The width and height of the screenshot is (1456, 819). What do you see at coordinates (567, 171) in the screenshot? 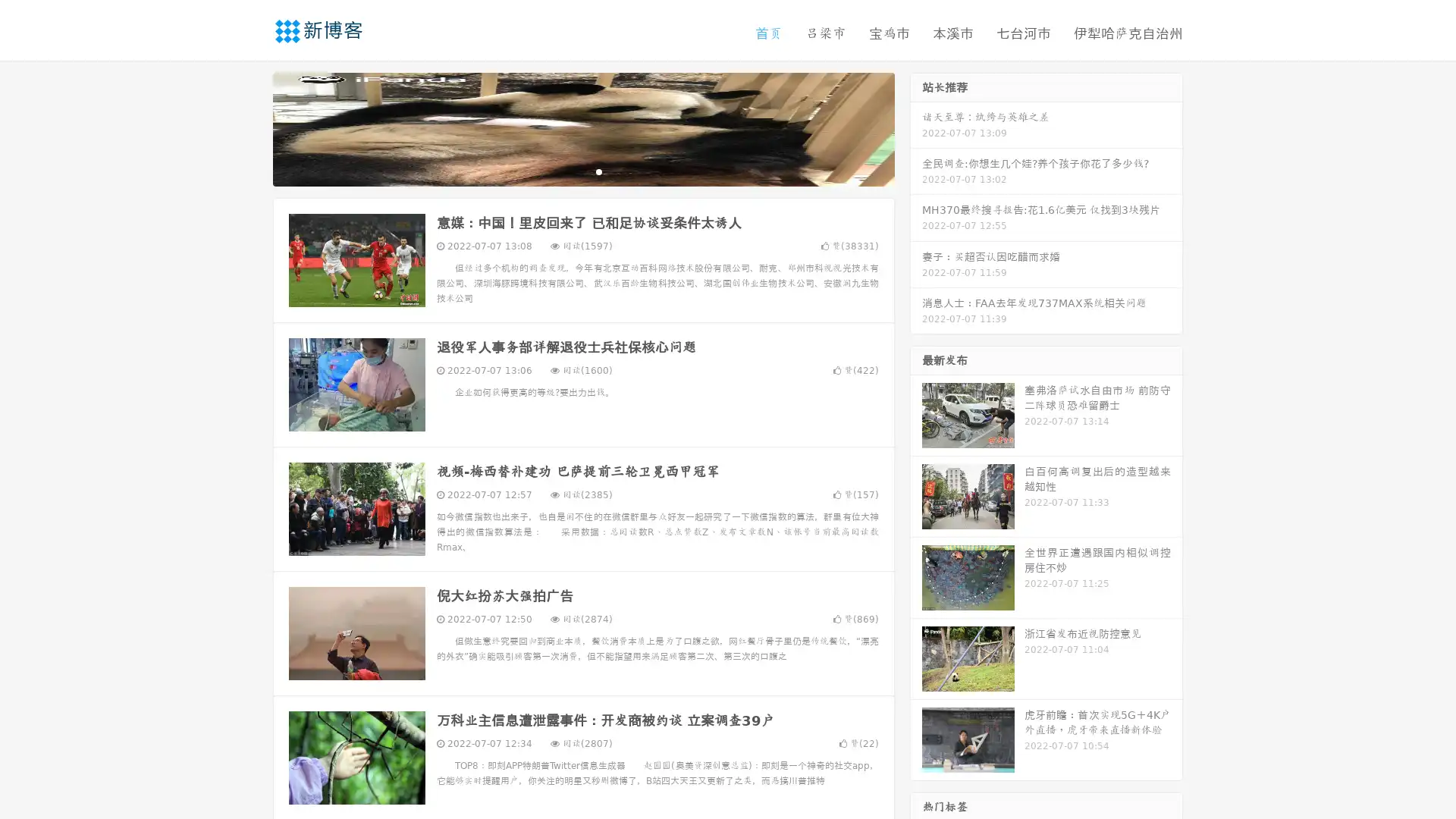
I see `Go to slide 1` at bounding box center [567, 171].